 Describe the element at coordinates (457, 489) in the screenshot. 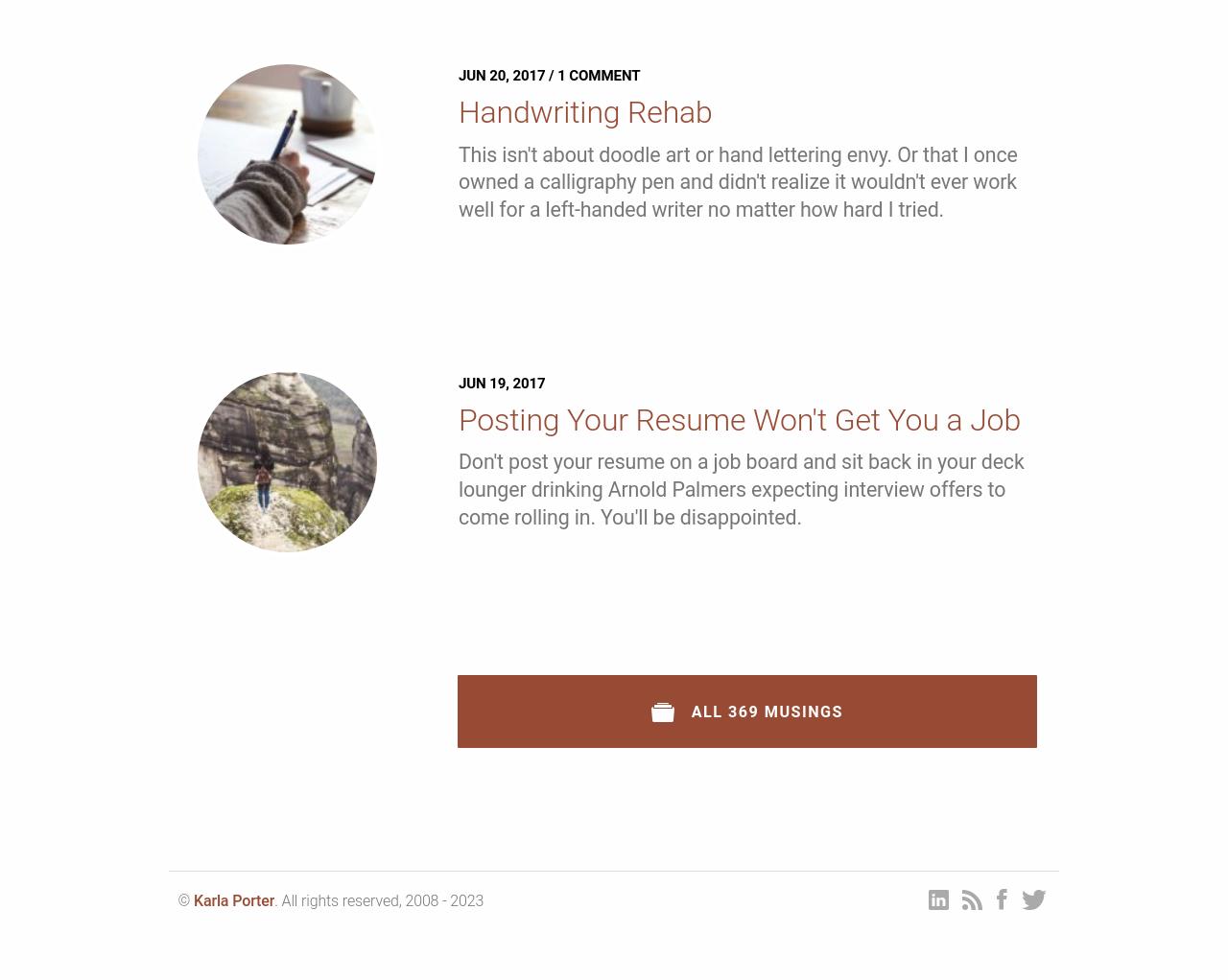

I see `'Don't post your resume on a job board and sit back in your deck lounger drinking Arnold Palmers expecting interview offers to come rolling in. You'll be disappointed.'` at that location.